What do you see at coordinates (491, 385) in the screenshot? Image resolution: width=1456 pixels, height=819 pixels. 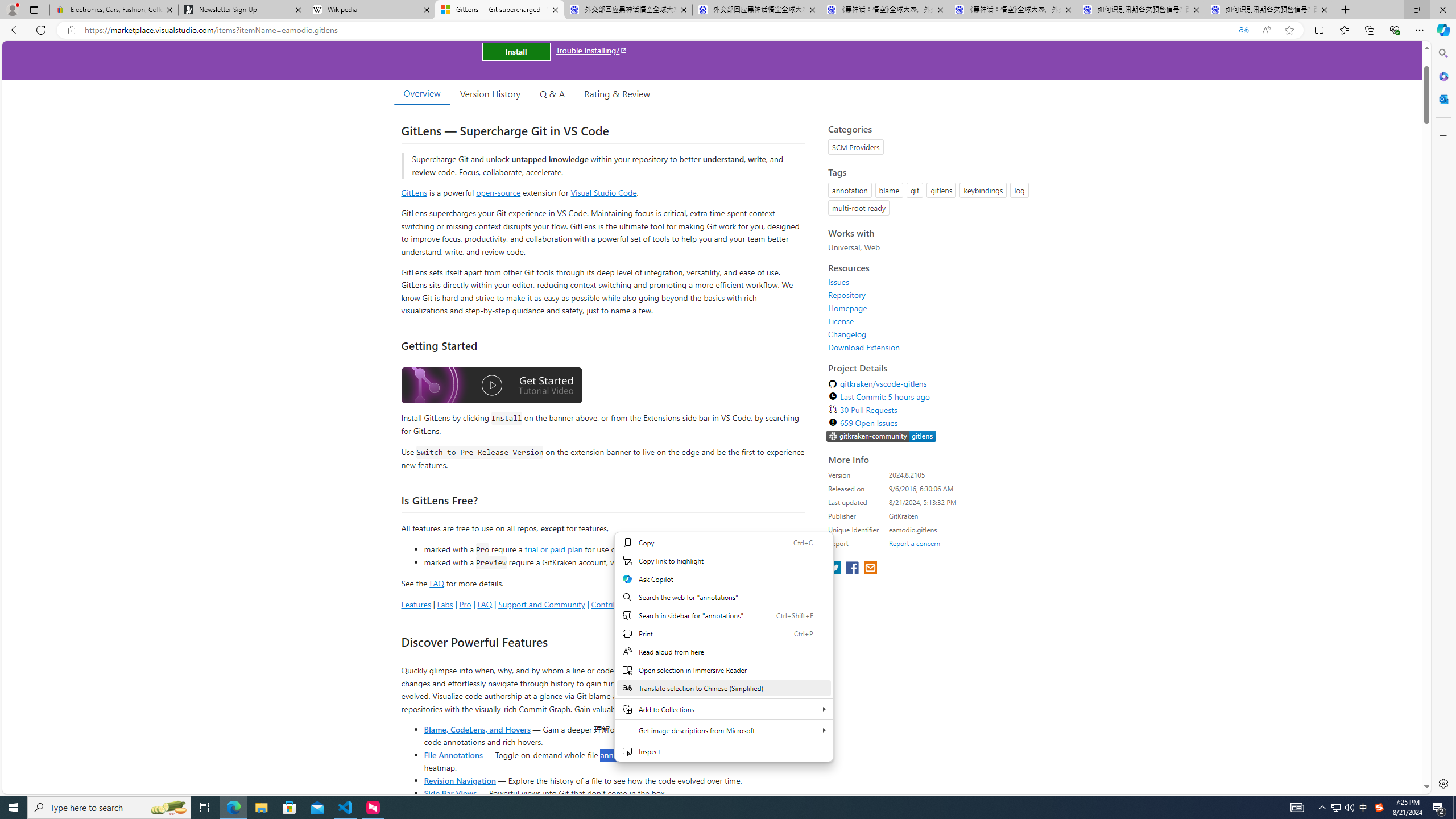 I see `'Watch the GitLens Getting Started video'` at bounding box center [491, 385].